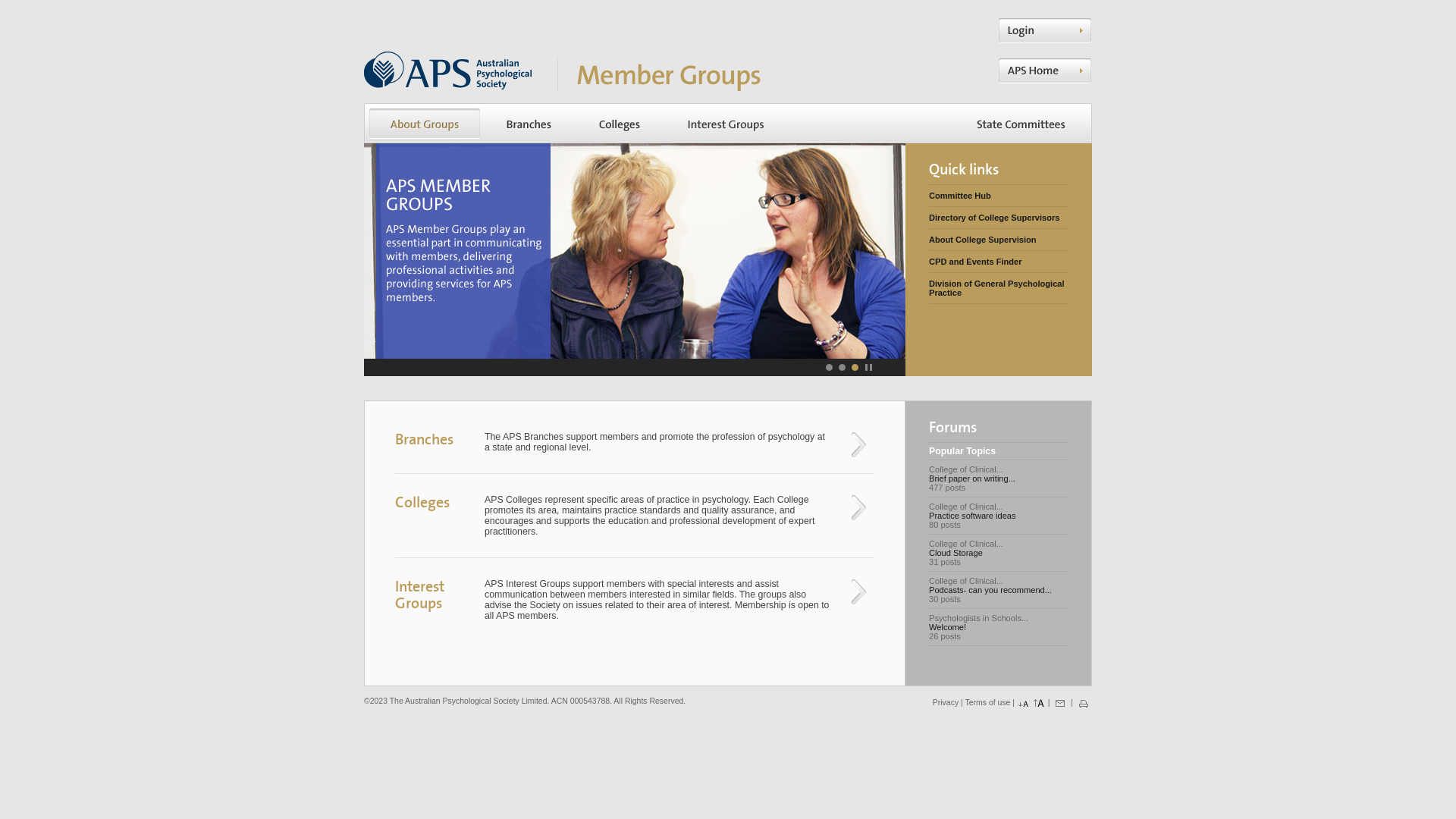  I want to click on 'College of Clinical..., so click(998, 514).